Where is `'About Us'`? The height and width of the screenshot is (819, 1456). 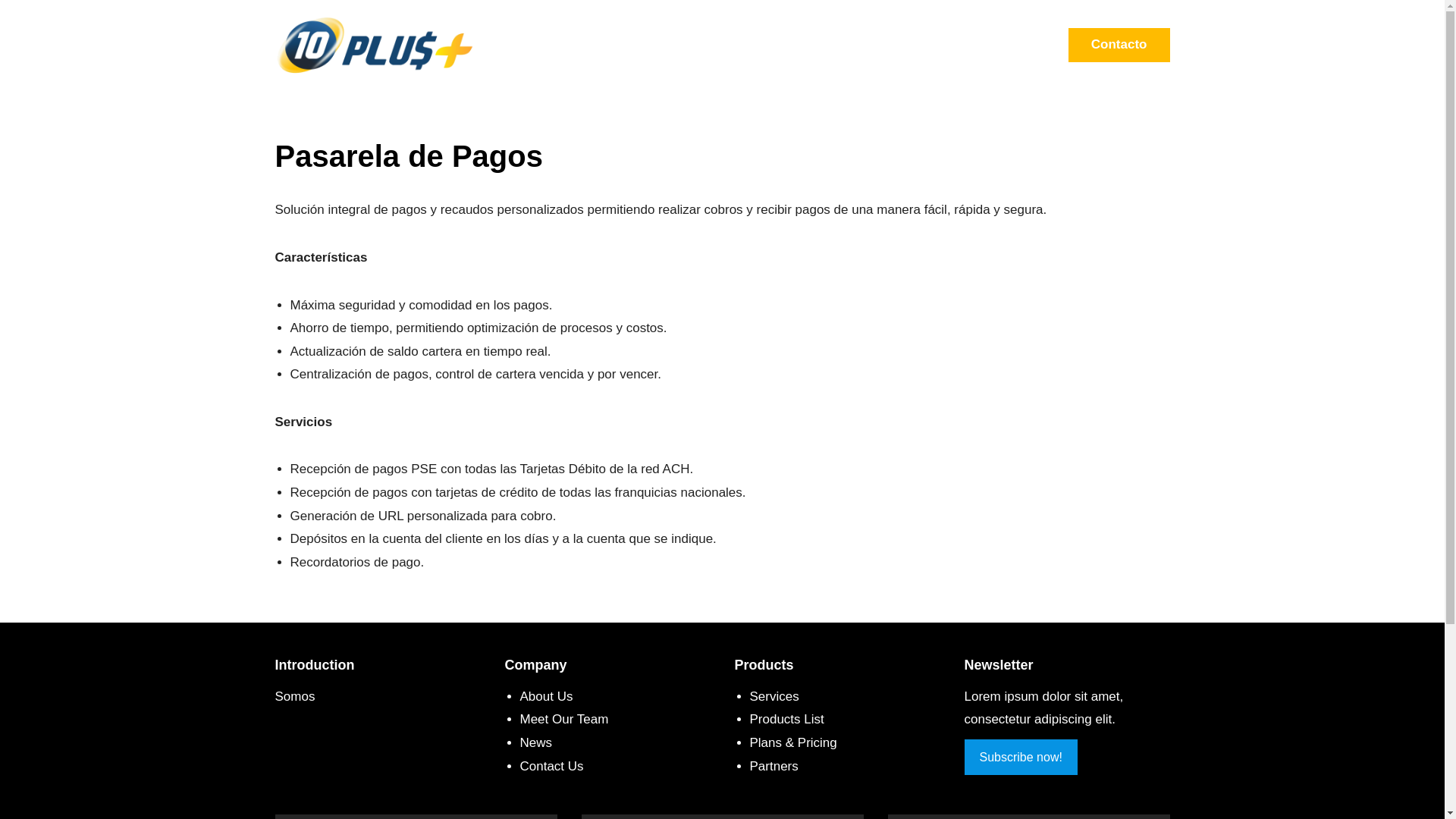
'About Us' is located at coordinates (546, 696).